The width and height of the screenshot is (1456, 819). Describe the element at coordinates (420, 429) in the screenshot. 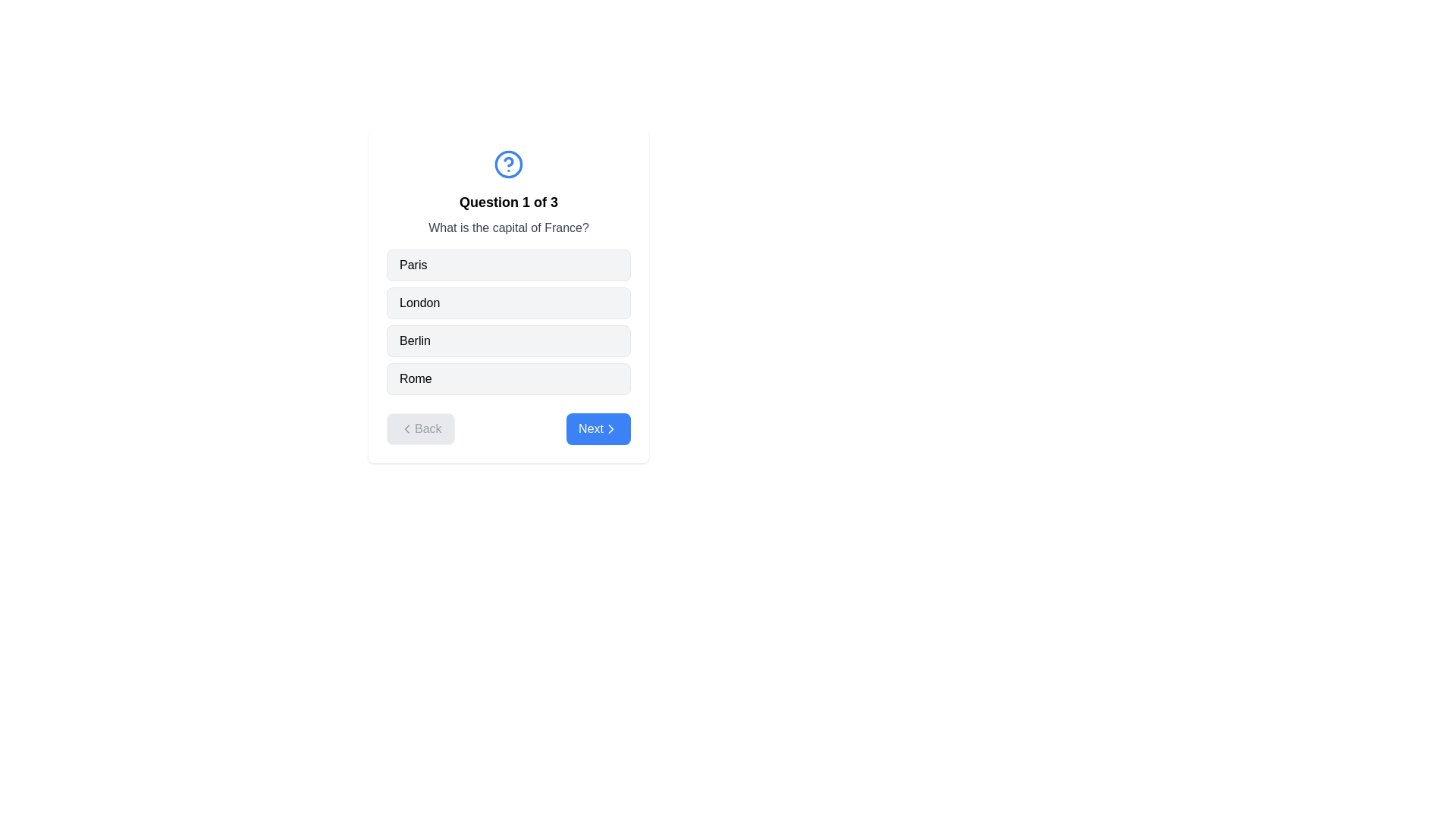

I see `the 'Back' button with a gray background and a left-pointing chevron icon` at that location.